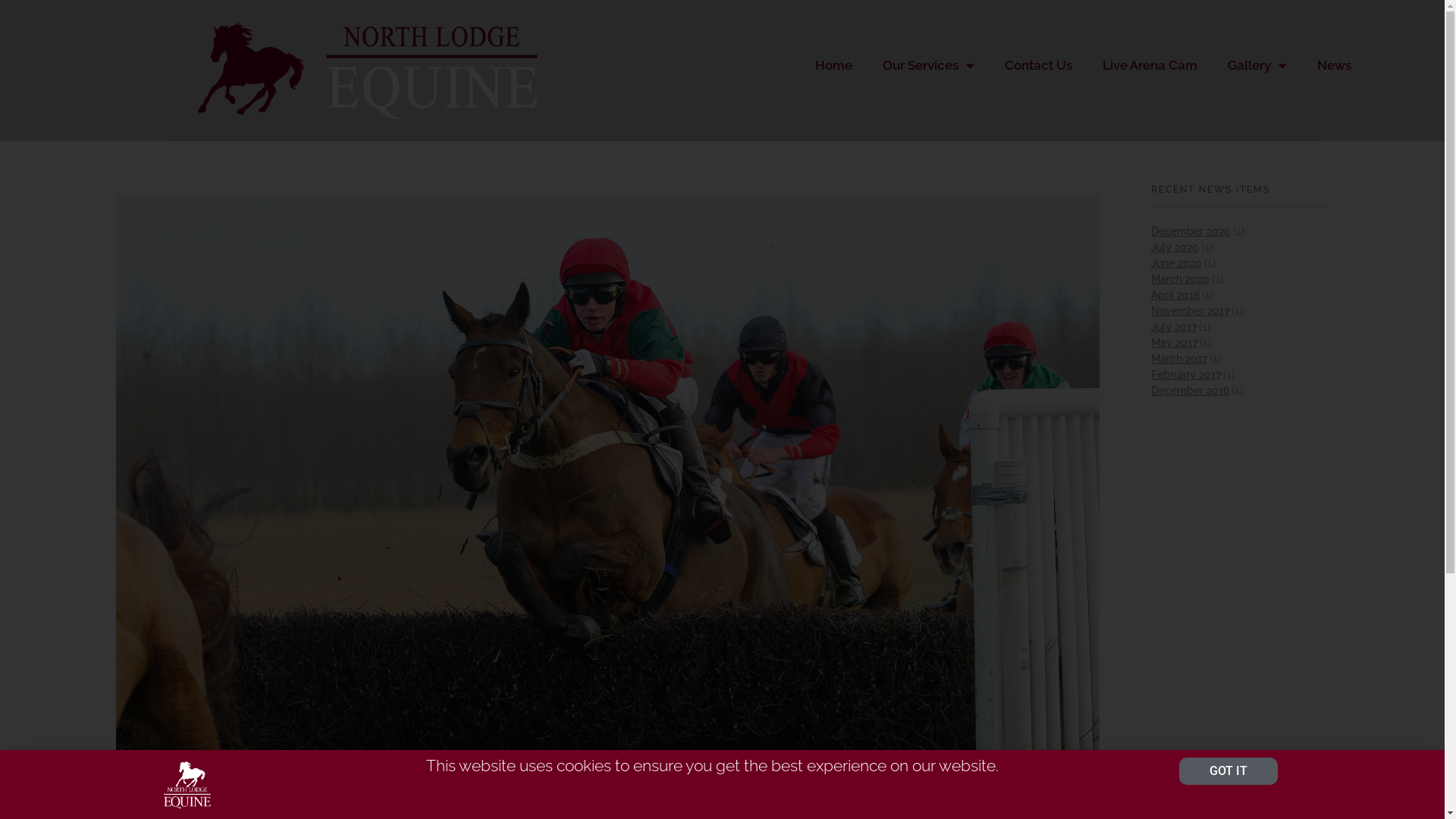  I want to click on 'Gallery', so click(1257, 64).